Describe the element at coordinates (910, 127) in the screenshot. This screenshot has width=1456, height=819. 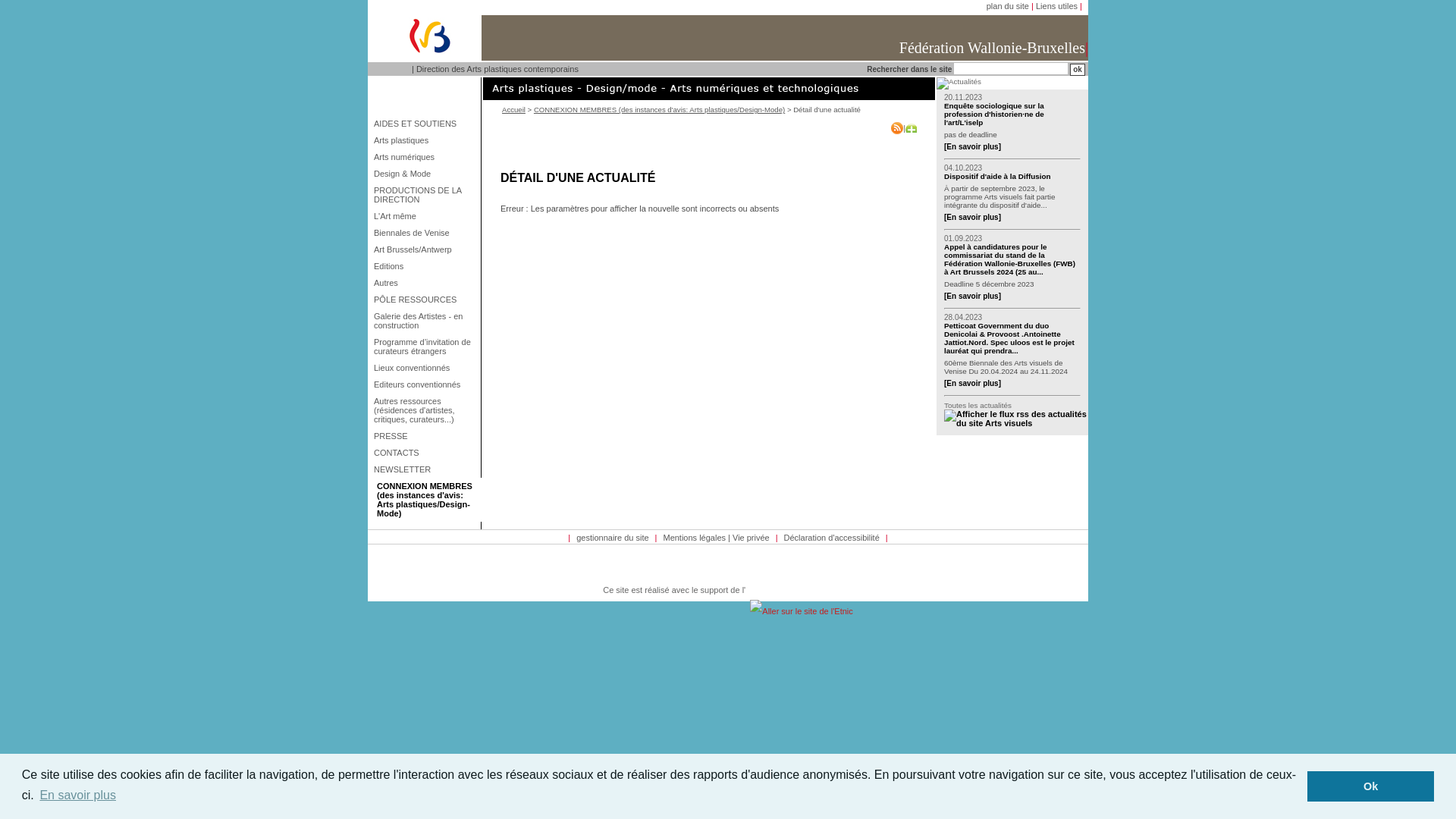
I see `'Plus de choix'` at that location.